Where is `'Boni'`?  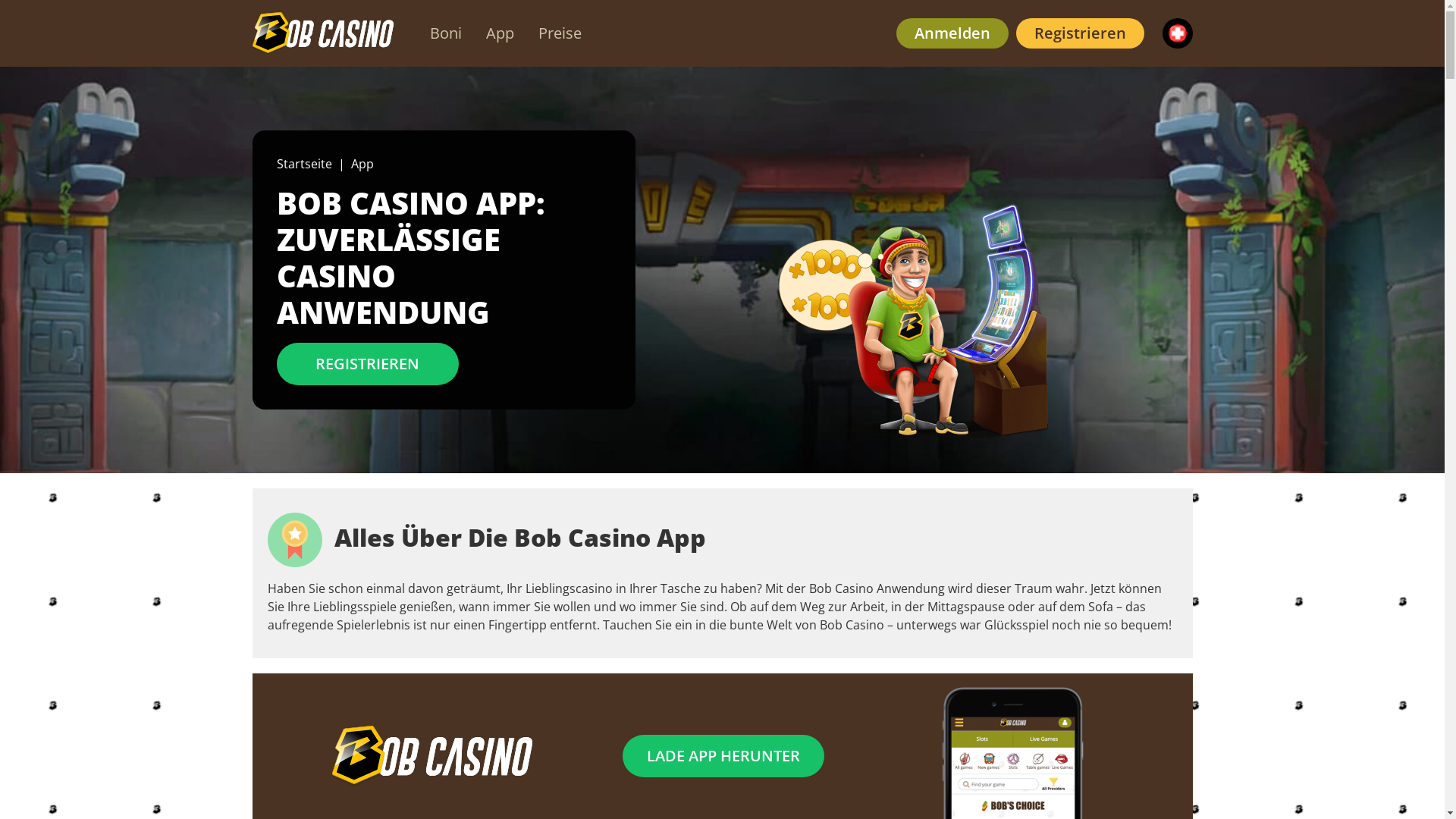 'Boni' is located at coordinates (444, 33).